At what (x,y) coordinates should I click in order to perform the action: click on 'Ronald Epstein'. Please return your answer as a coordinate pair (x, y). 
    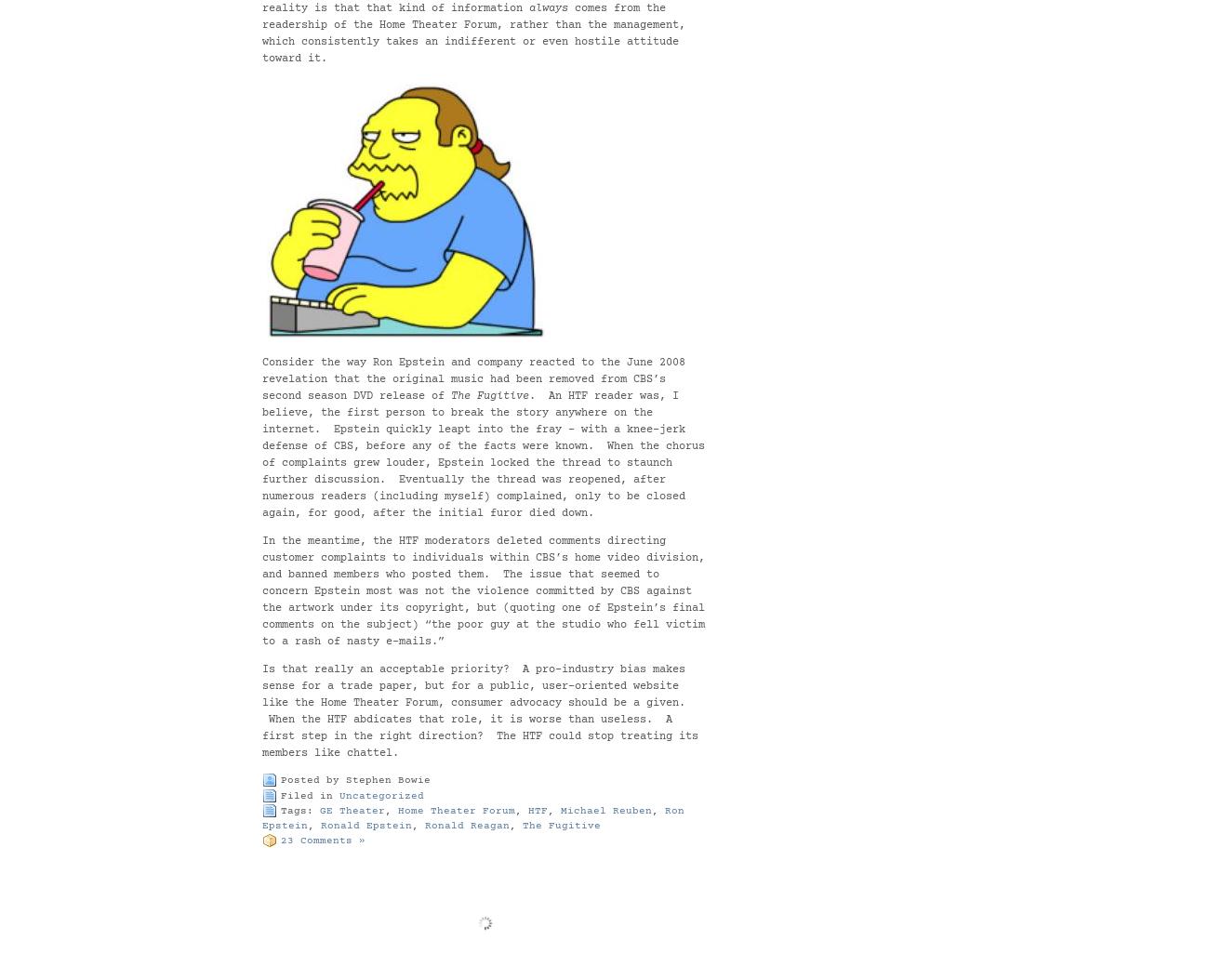
    Looking at the image, I should click on (366, 827).